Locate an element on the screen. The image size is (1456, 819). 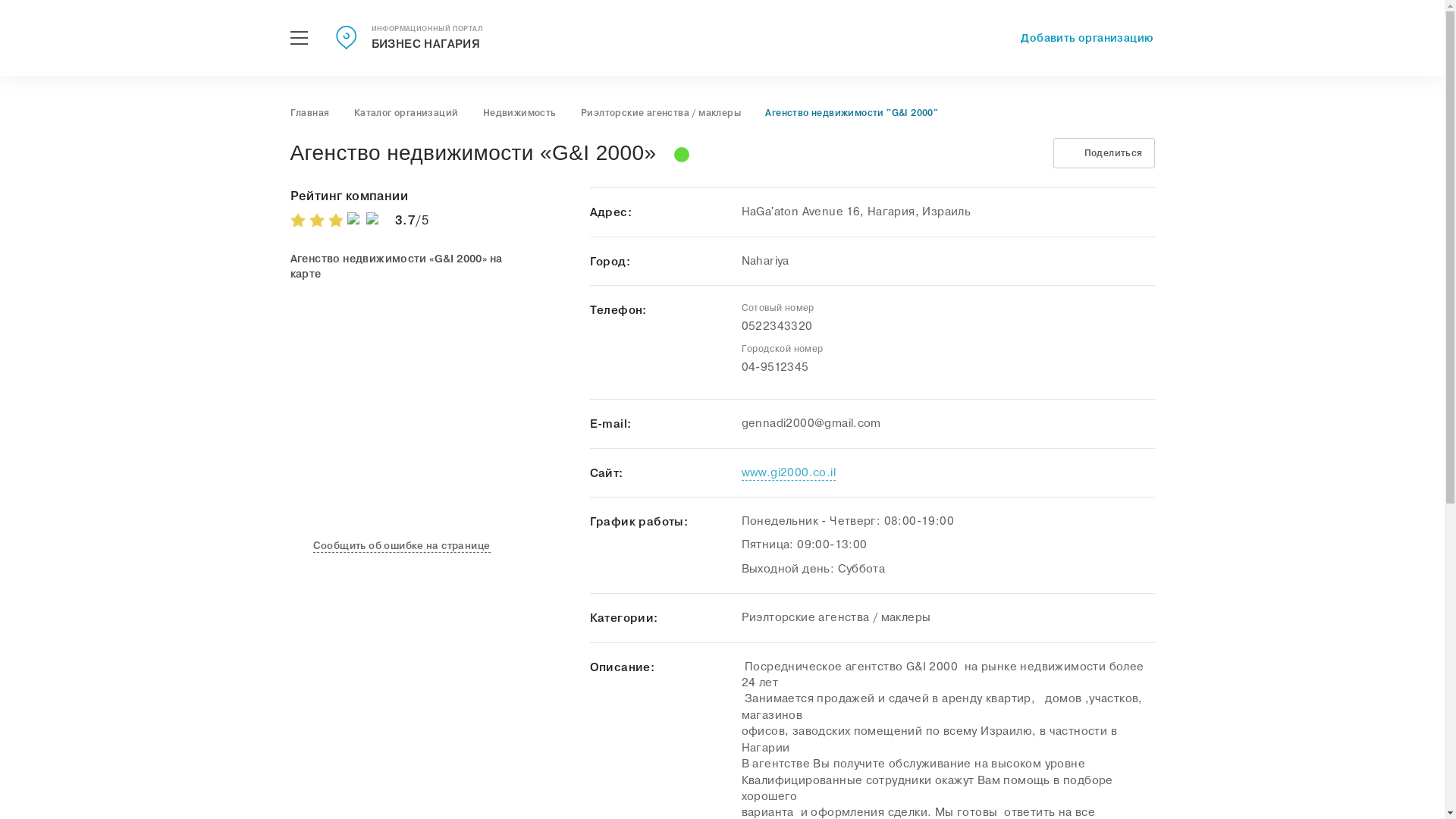
'www.gi2000.co.il' is located at coordinates (789, 472).